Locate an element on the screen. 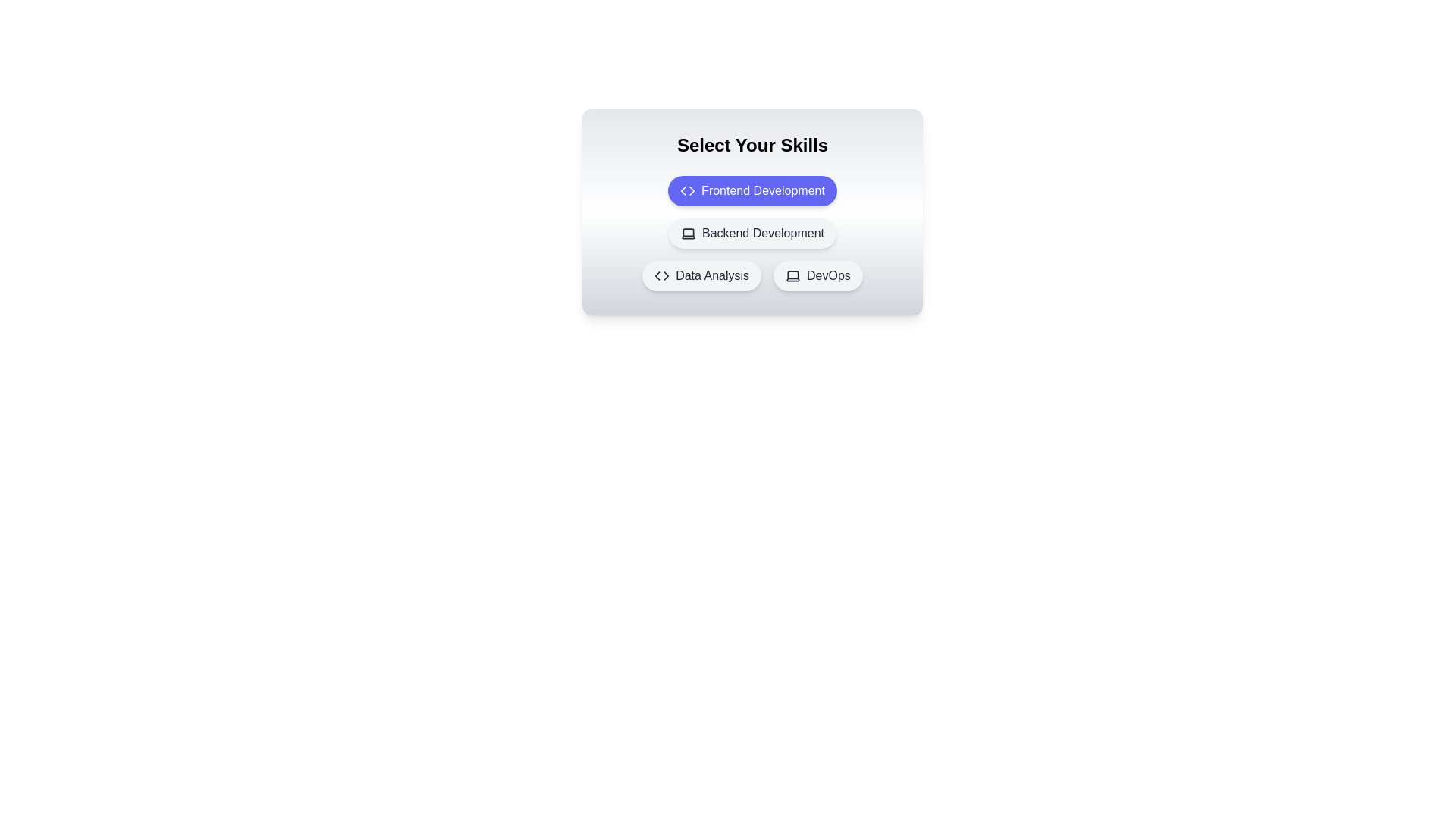 The image size is (1456, 819). the skill chip labeled DevOps is located at coordinates (817, 275).